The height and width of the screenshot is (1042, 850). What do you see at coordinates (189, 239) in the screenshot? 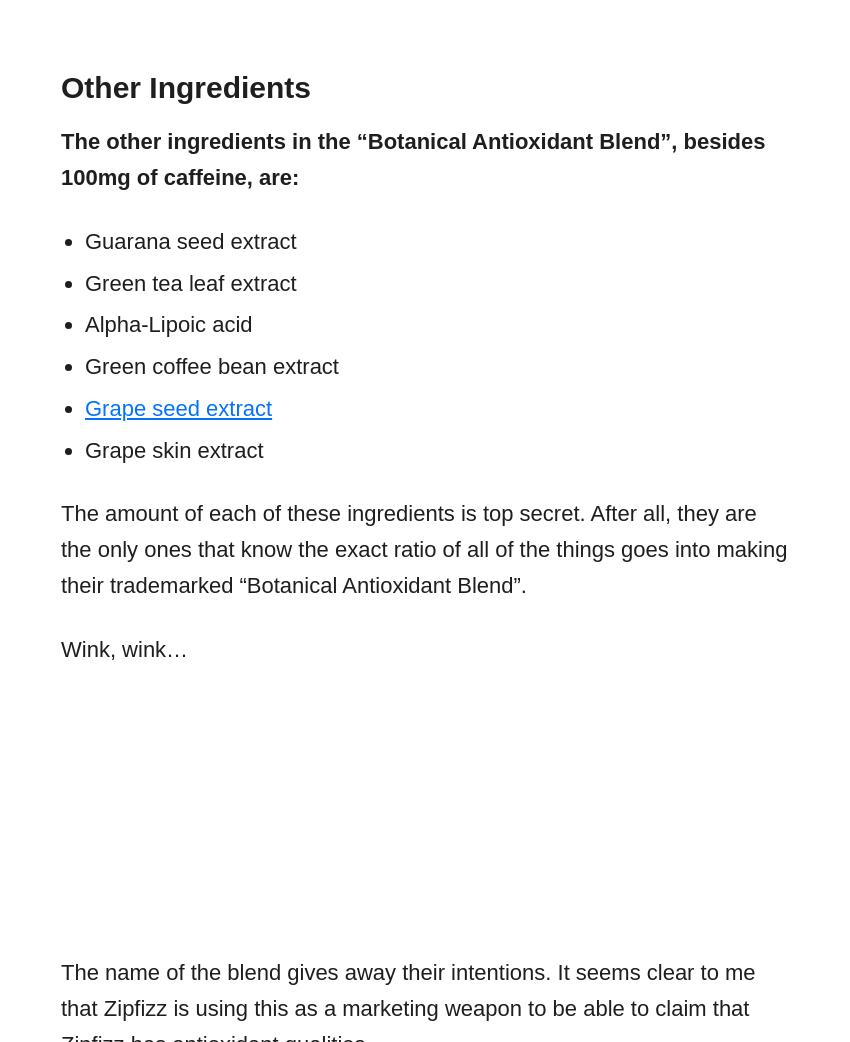
I see `'Guarana seed extract'` at bounding box center [189, 239].